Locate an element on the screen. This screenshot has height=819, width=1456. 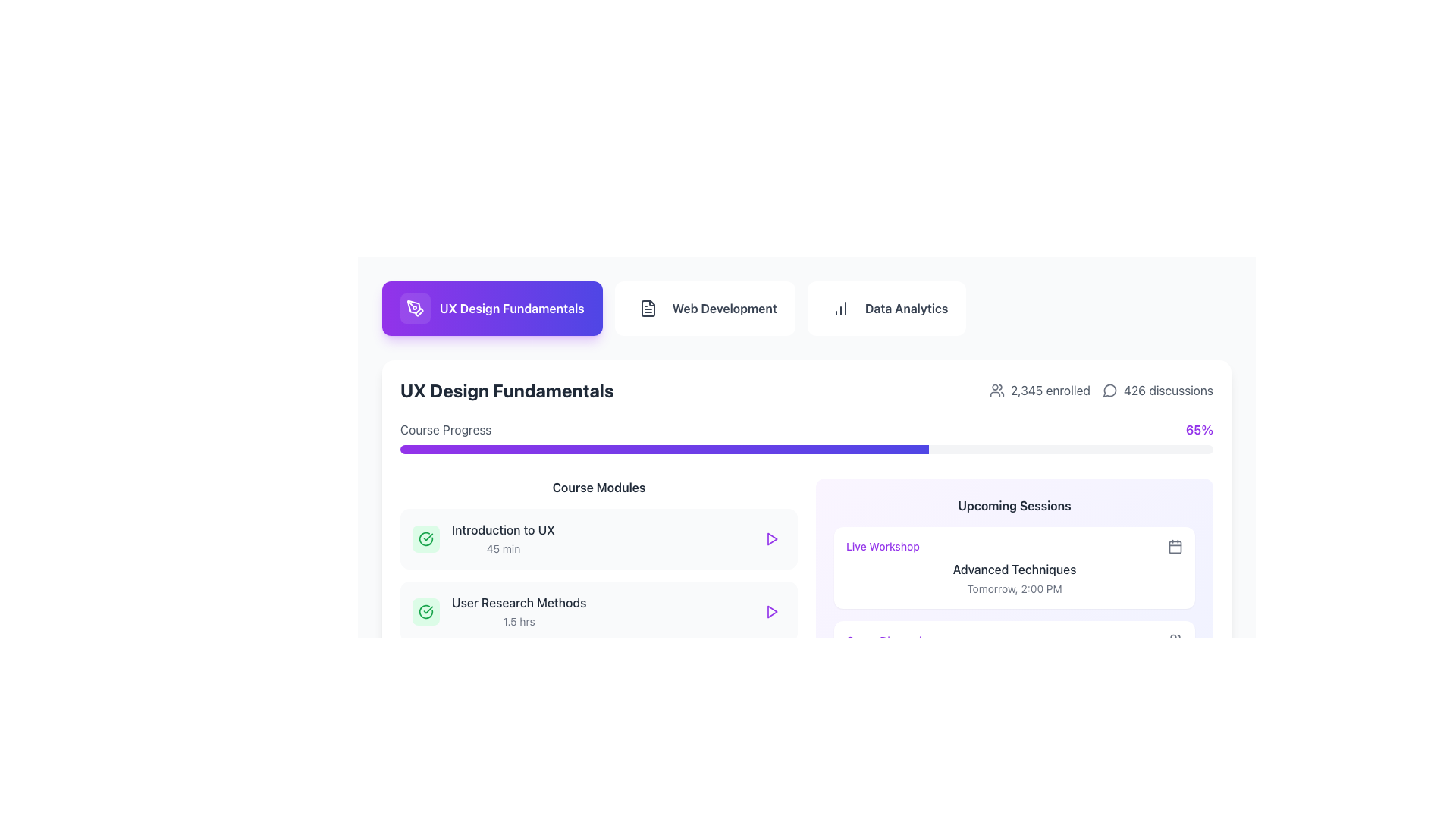
the SVG icon representing a group of users located at the bottom-right corner of the 'Group Discussion' section is located at coordinates (1175, 640).